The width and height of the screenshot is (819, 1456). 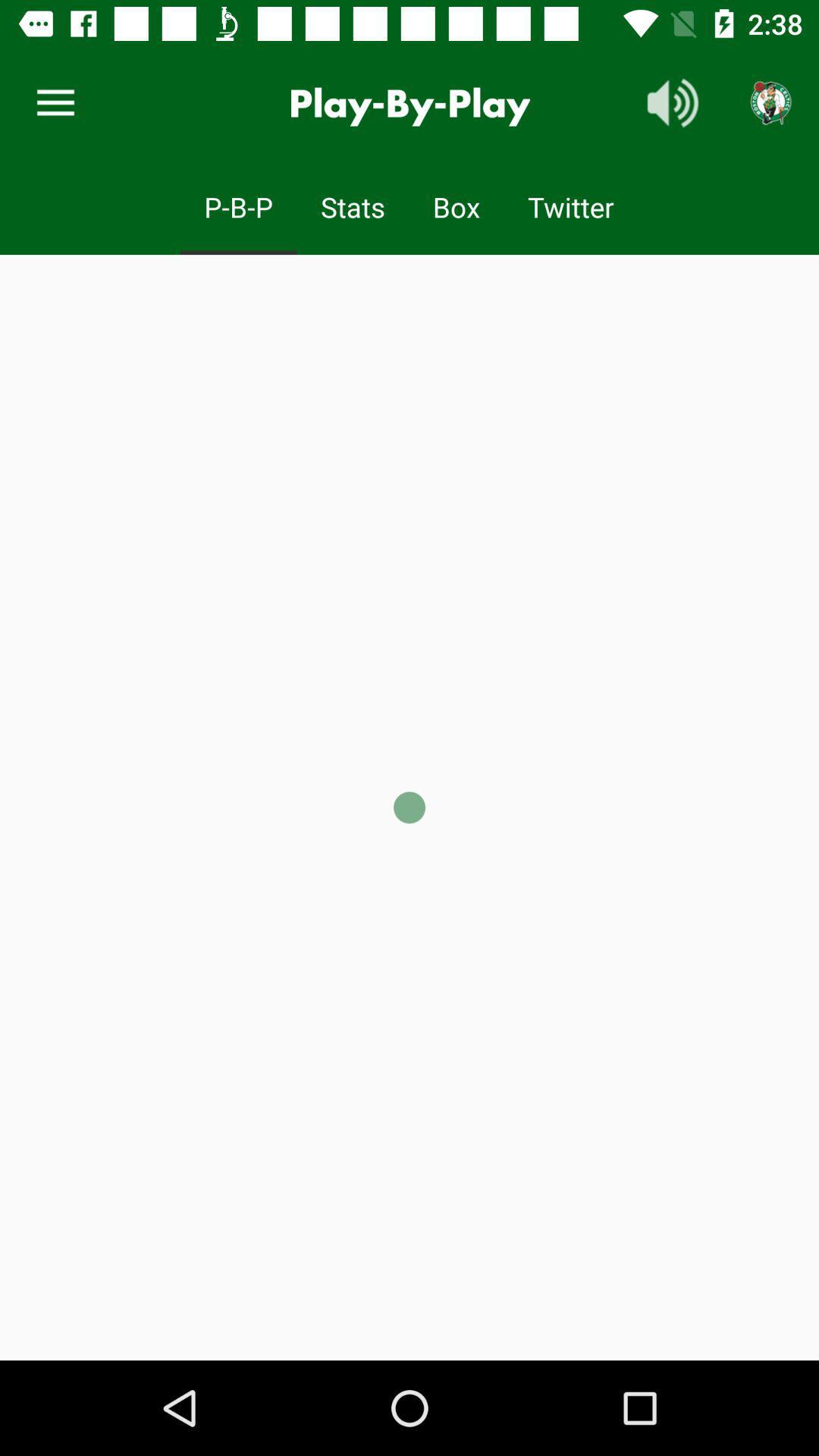 I want to click on the item next to the play-by-play, so click(x=672, y=102).